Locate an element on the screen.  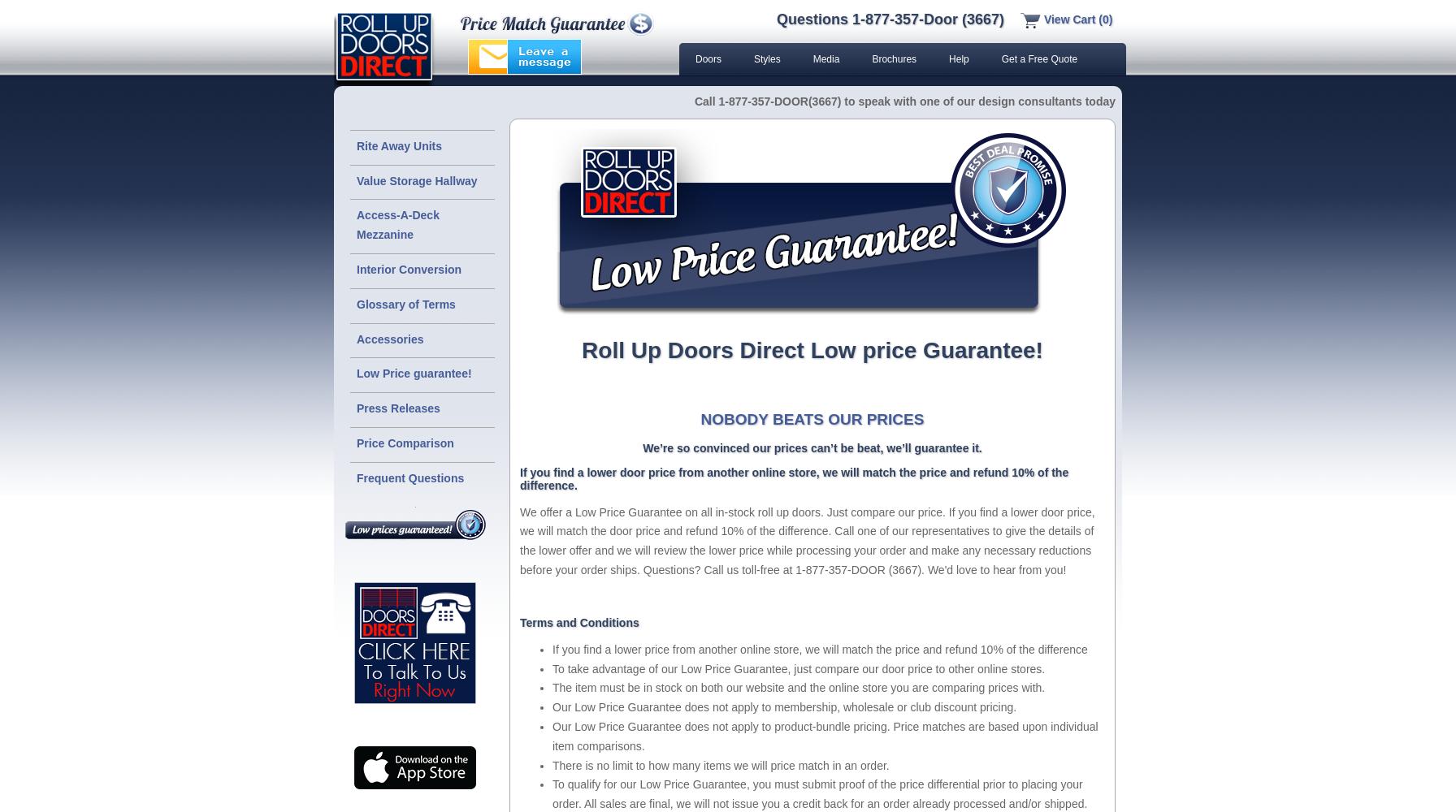
'NOBODY BEATS OUR PRICES' is located at coordinates (812, 418).